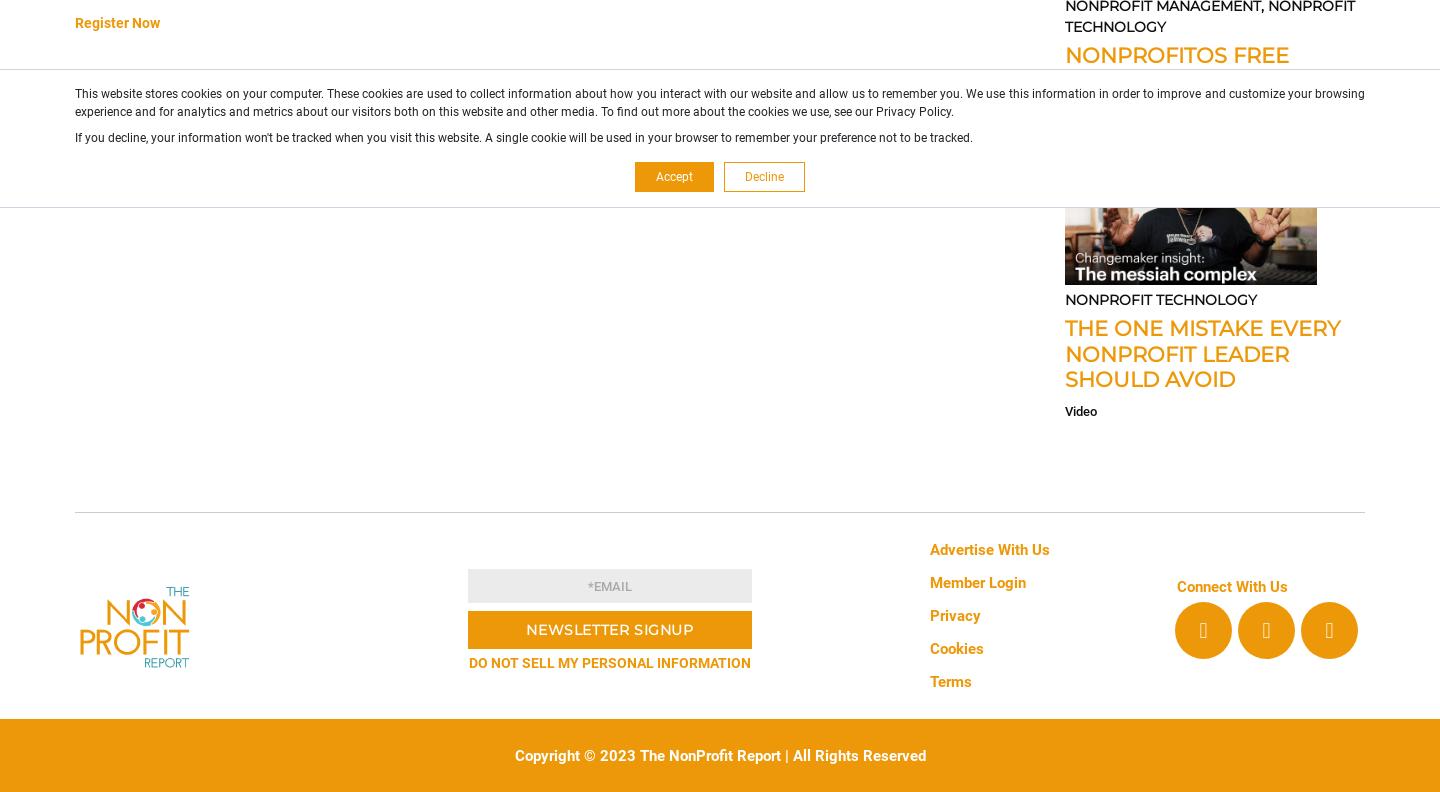 The width and height of the screenshot is (1440, 792). Describe the element at coordinates (574, 755) in the screenshot. I see `'Copyright © 2023'` at that location.